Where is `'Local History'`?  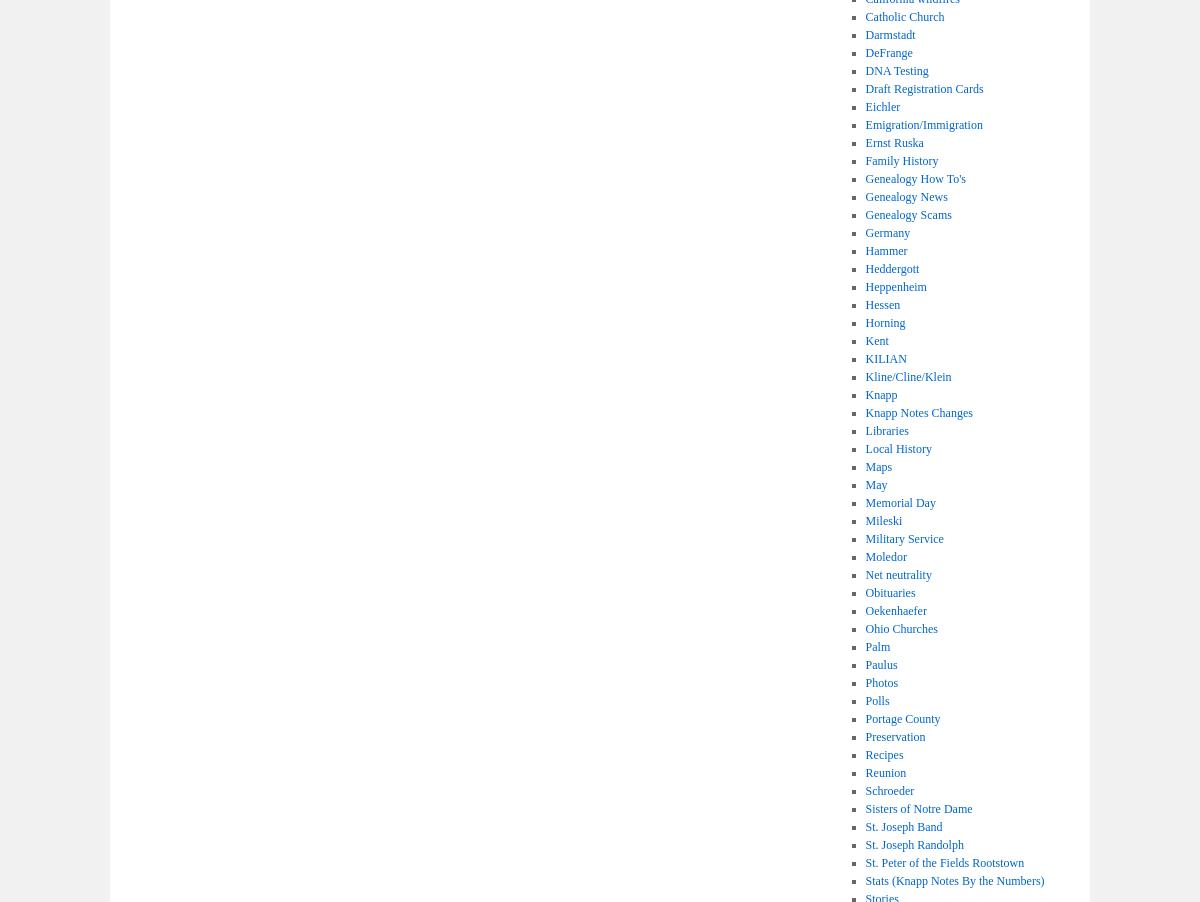
'Local History' is located at coordinates (896, 449).